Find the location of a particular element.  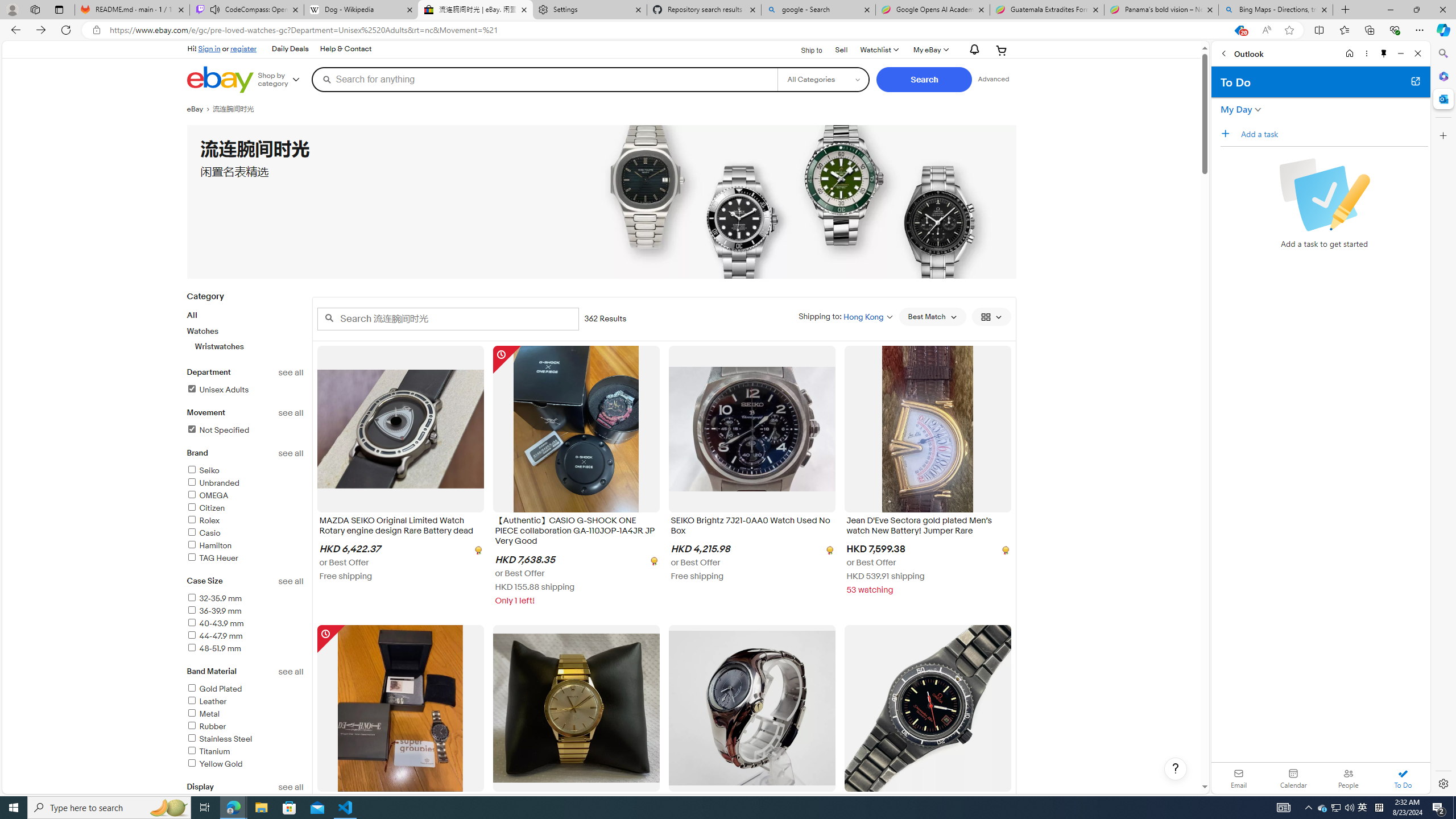

'Seiko' is located at coordinates (245, 470).